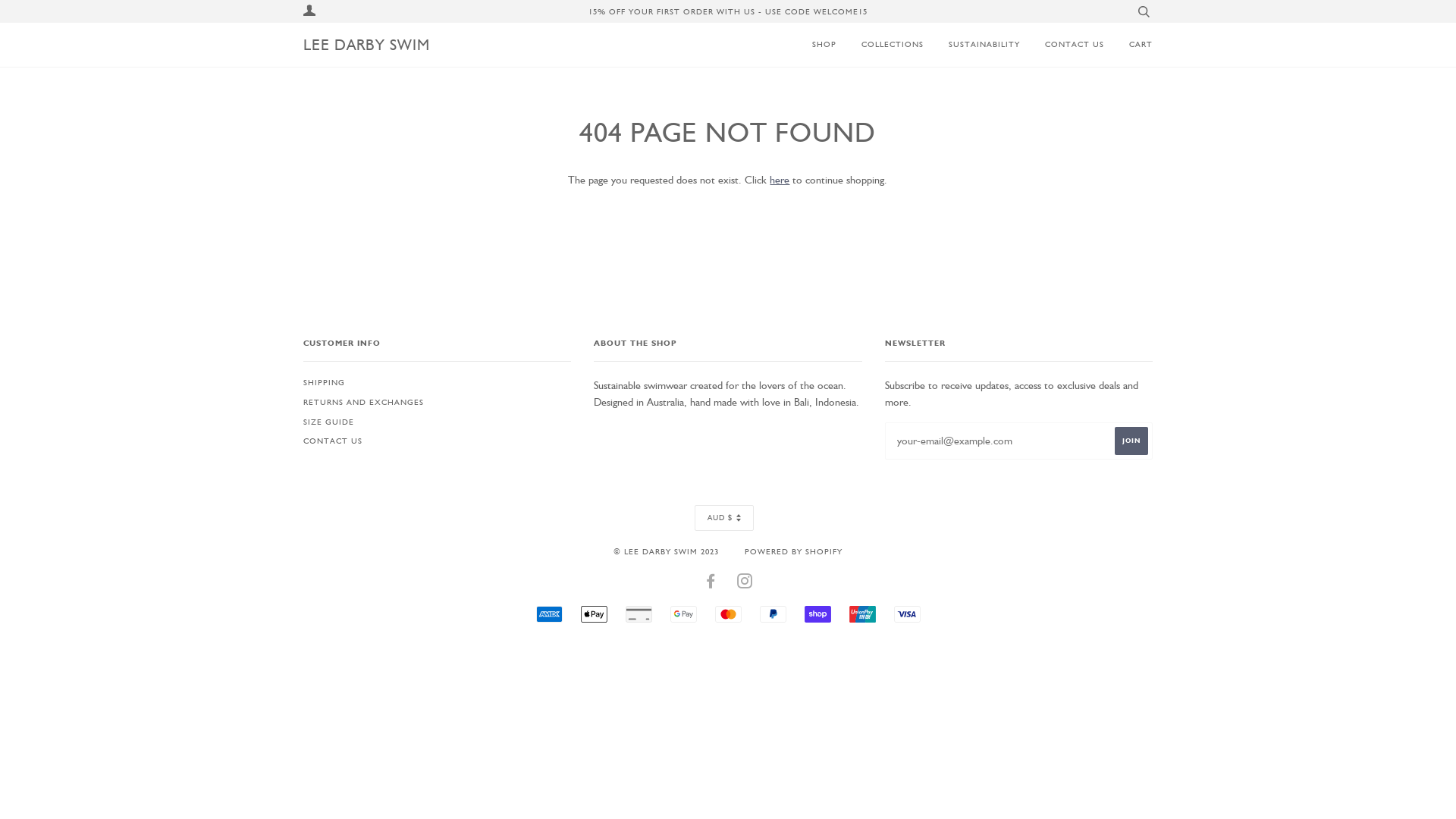 This screenshot has height=819, width=1456. What do you see at coordinates (366, 43) in the screenshot?
I see `'LEE DARBY SWIM'` at bounding box center [366, 43].